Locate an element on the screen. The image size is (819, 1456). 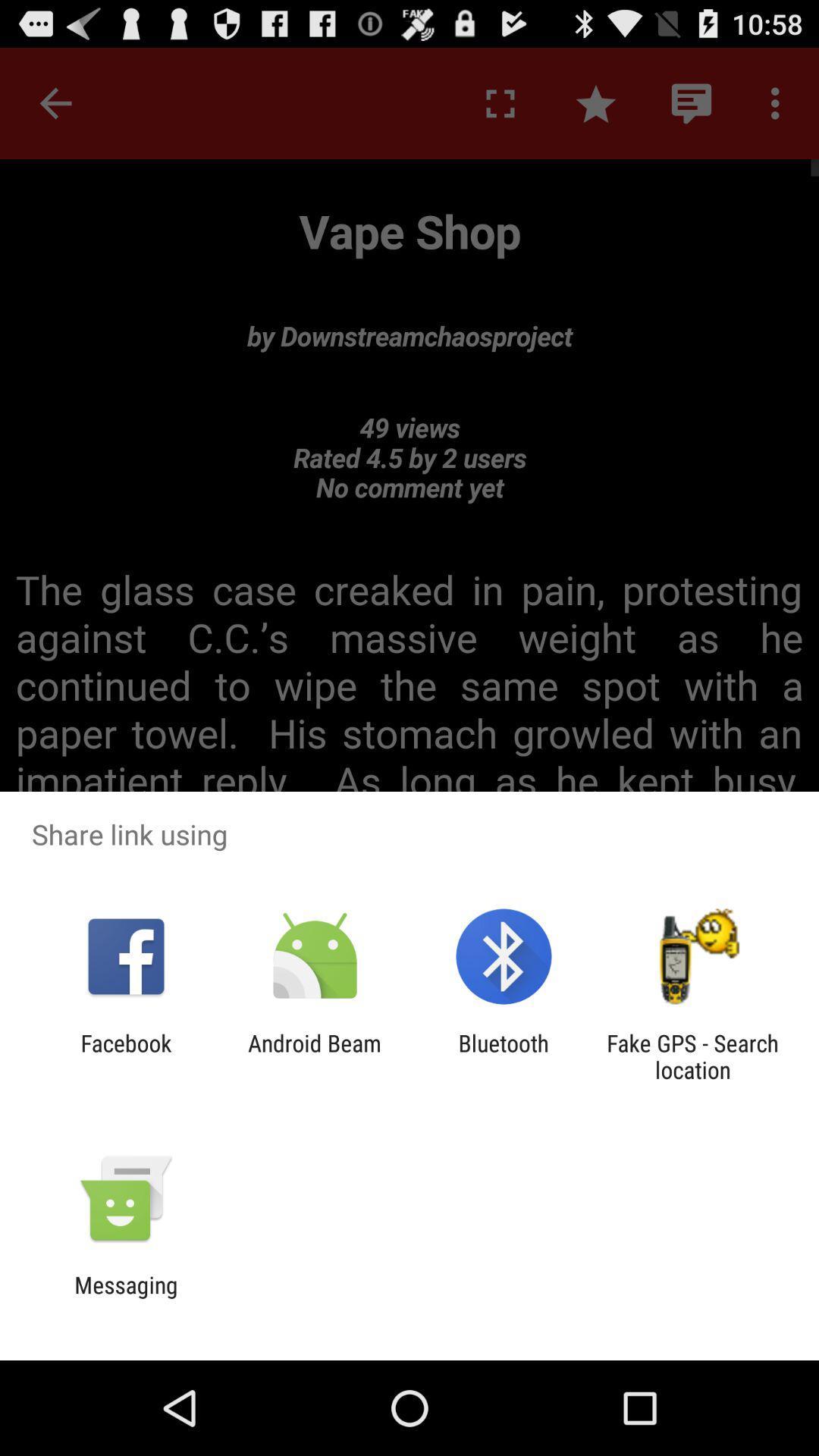
the bluetooth item is located at coordinates (504, 1056).